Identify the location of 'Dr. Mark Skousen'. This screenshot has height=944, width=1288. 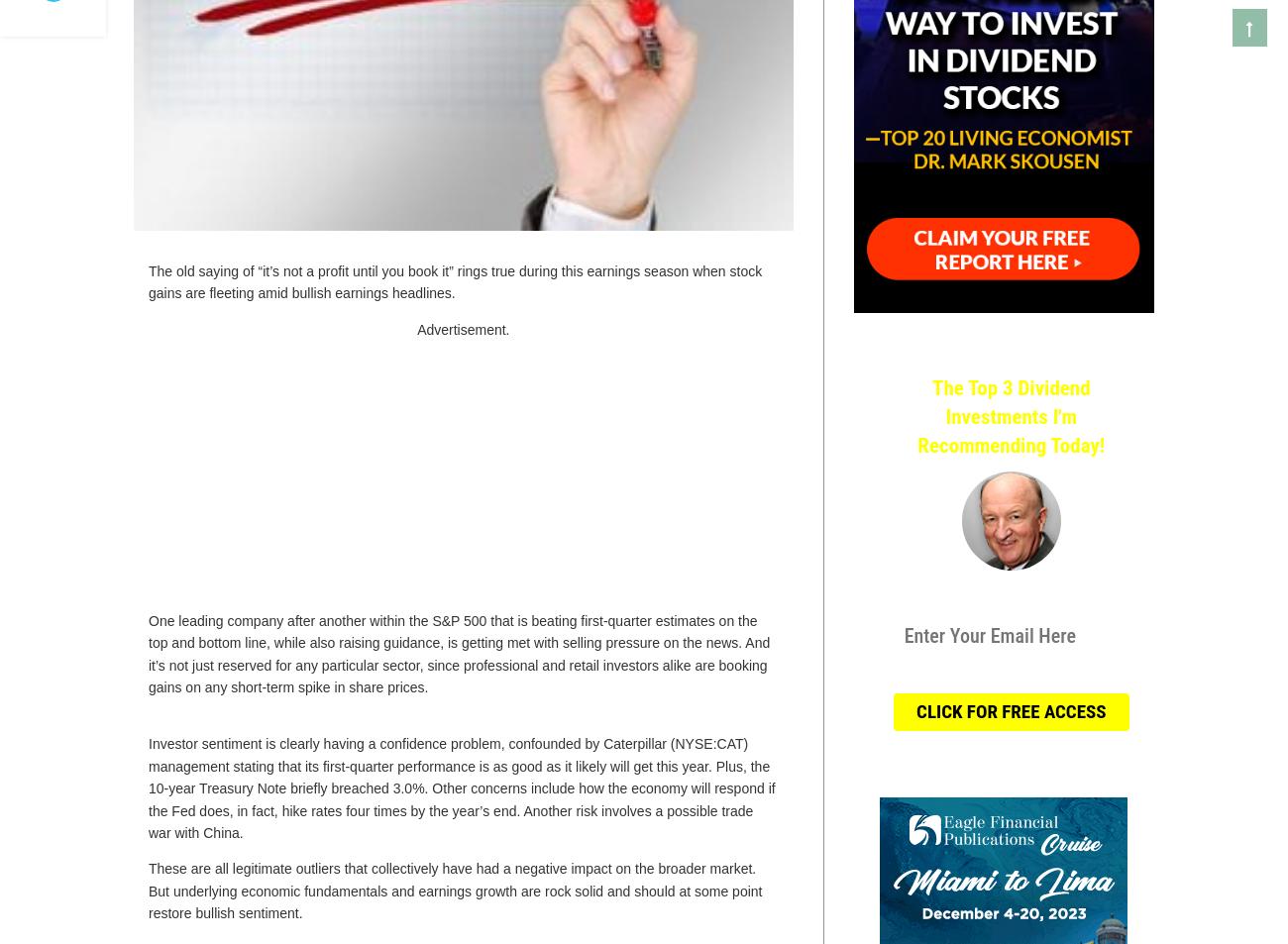
(1009, 596).